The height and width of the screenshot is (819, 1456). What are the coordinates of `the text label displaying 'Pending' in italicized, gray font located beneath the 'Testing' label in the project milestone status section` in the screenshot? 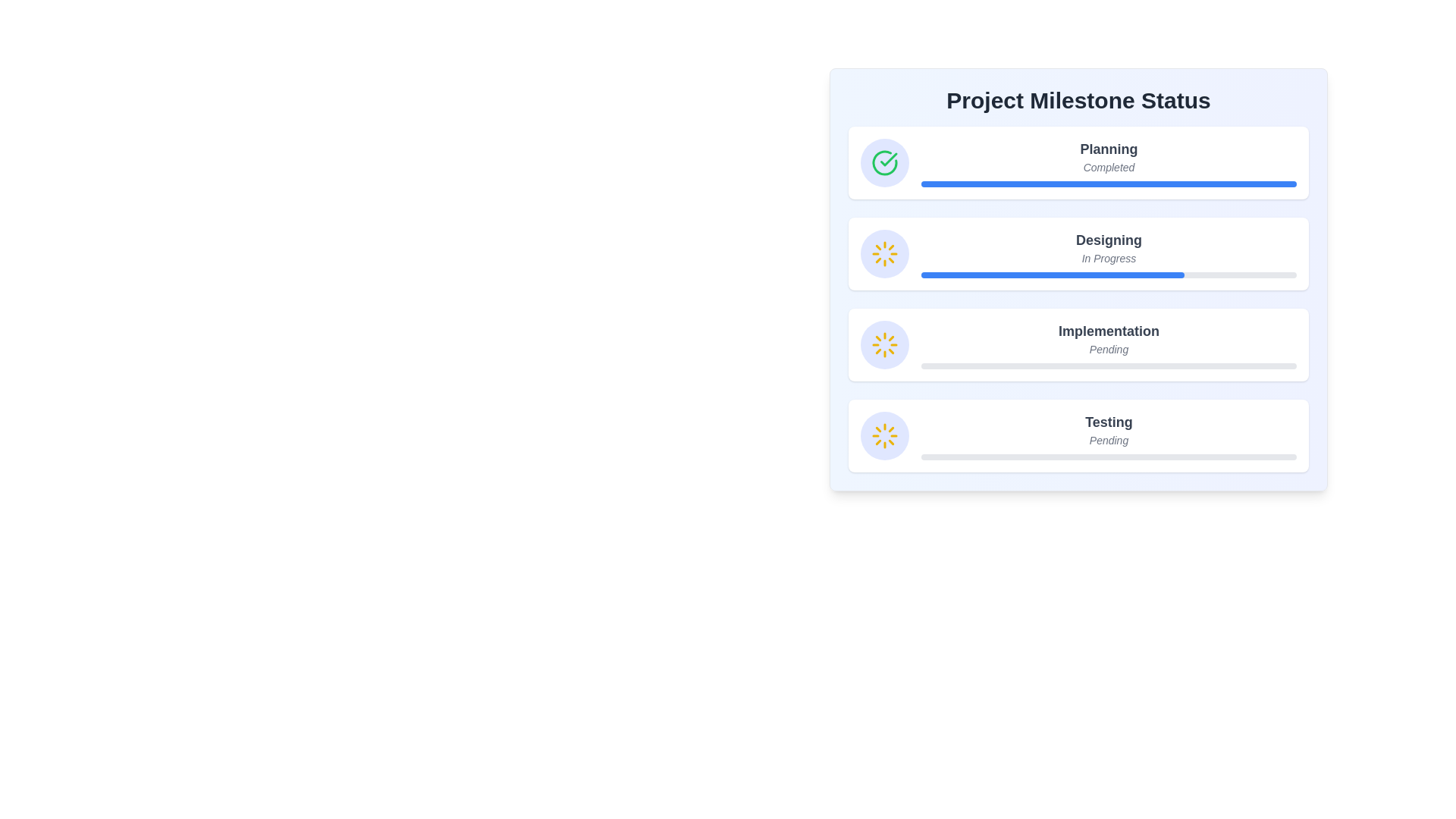 It's located at (1109, 441).